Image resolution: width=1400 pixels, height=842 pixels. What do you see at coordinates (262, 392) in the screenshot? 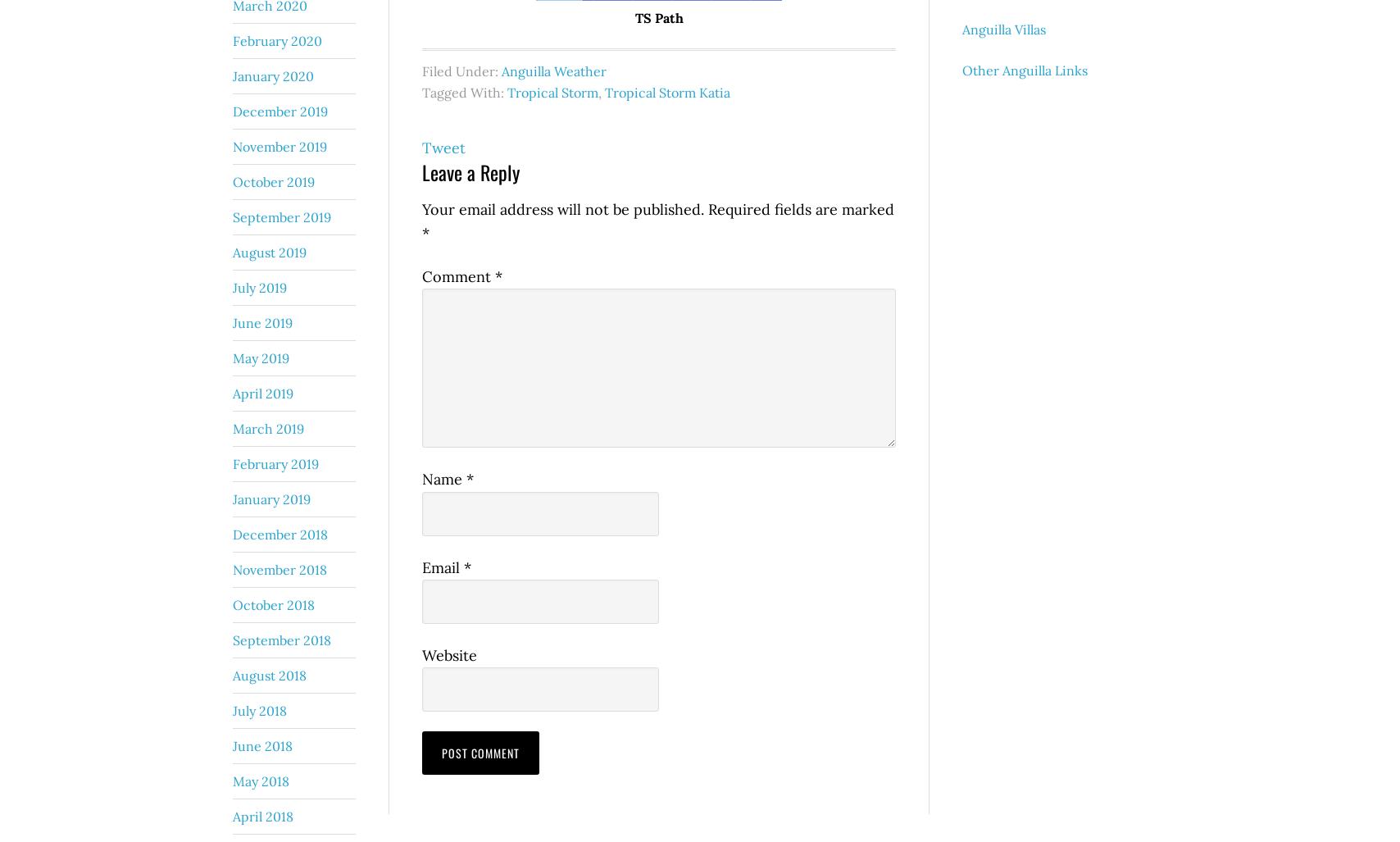
I see `'April 2019'` at bounding box center [262, 392].